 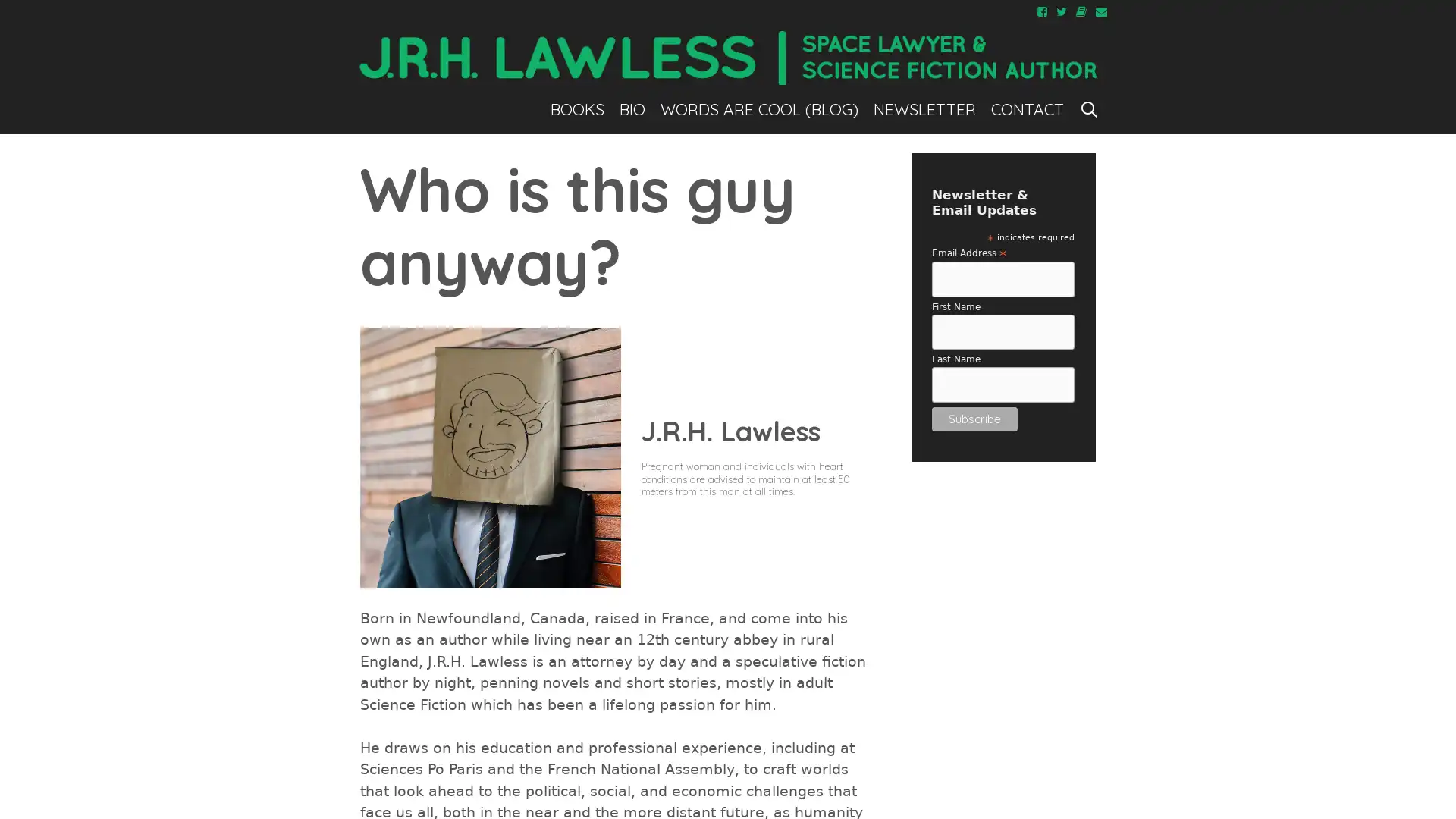 I want to click on Subscribe, so click(x=974, y=418).